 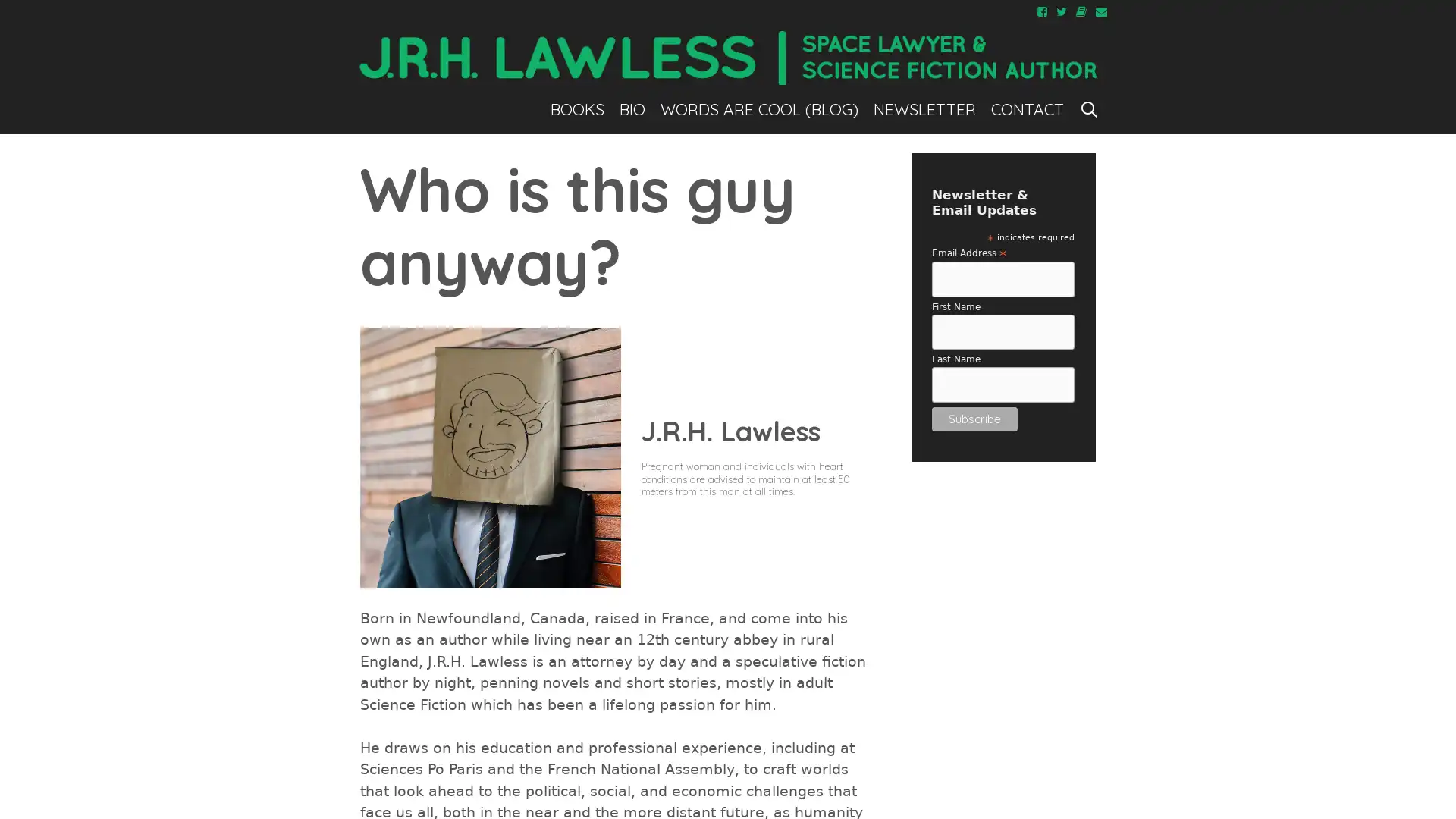 I want to click on Subscribe, so click(x=974, y=418).